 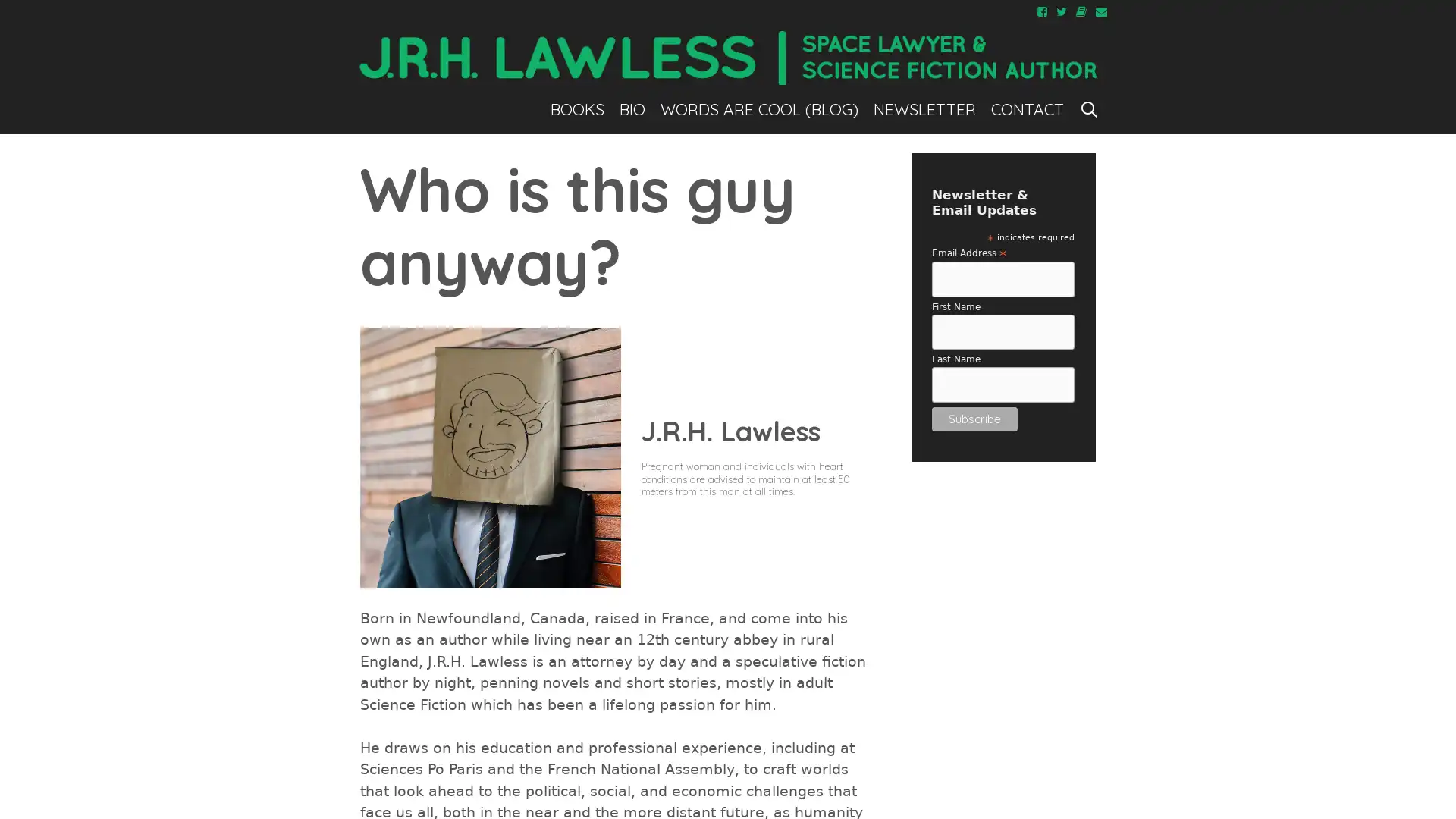 I want to click on Subscribe, so click(x=974, y=418).